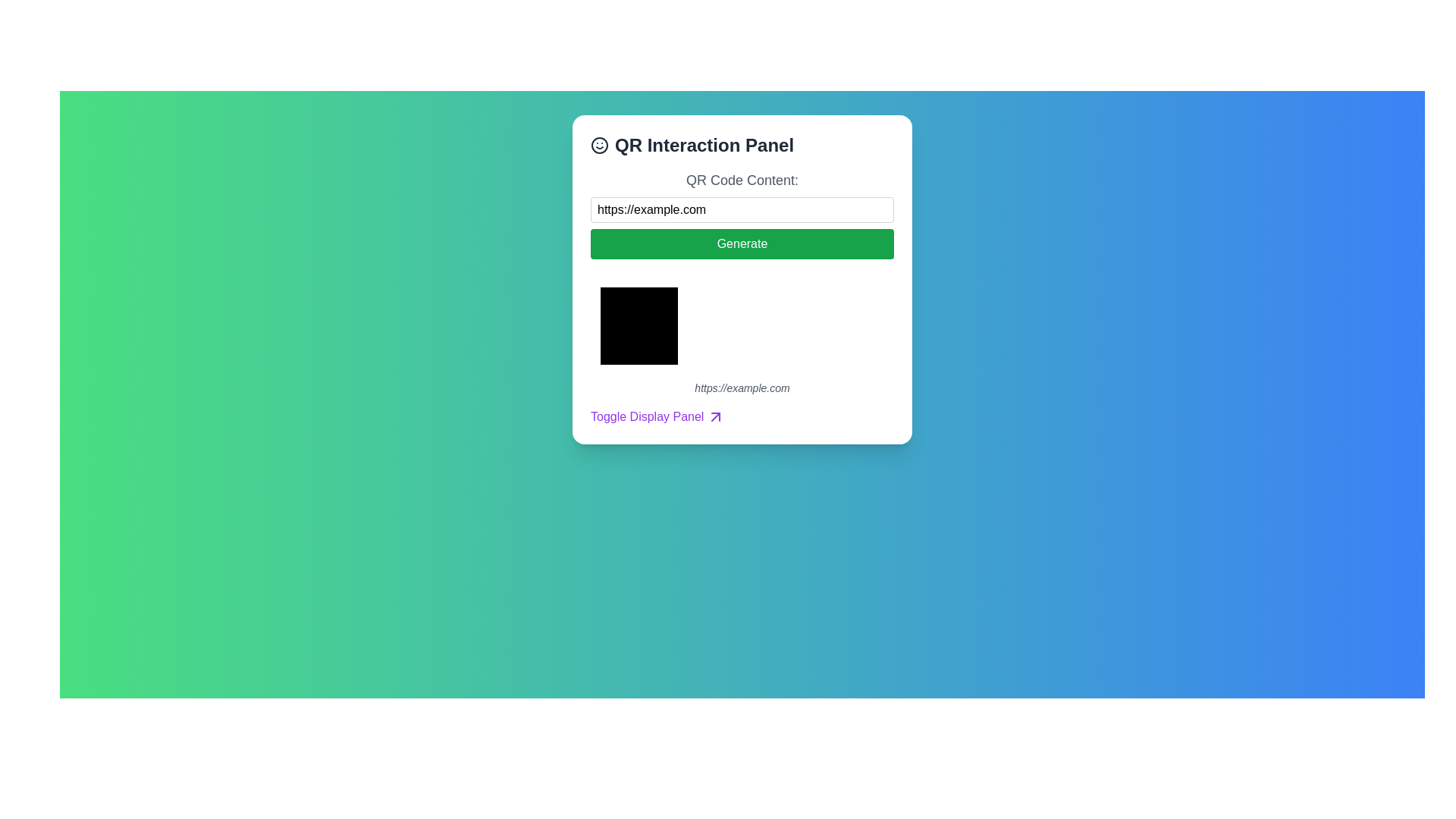  What do you see at coordinates (599, 146) in the screenshot?
I see `the SVG circle element that serves as the outer boundary of the smiley face icon in the QR Interaction Panel` at bounding box center [599, 146].